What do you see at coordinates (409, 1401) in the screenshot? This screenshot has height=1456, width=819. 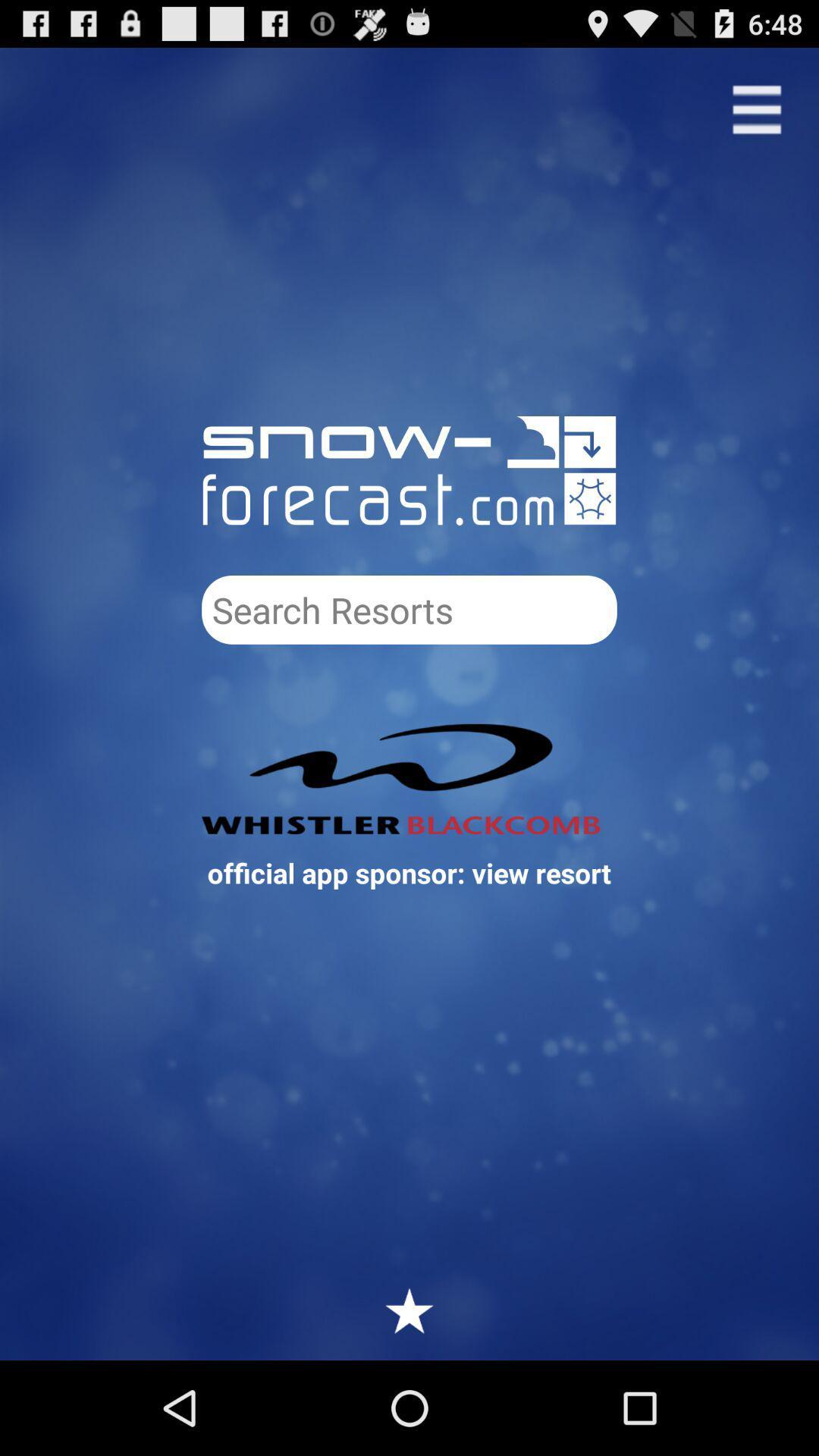 I see `the star icon` at bounding box center [409, 1401].